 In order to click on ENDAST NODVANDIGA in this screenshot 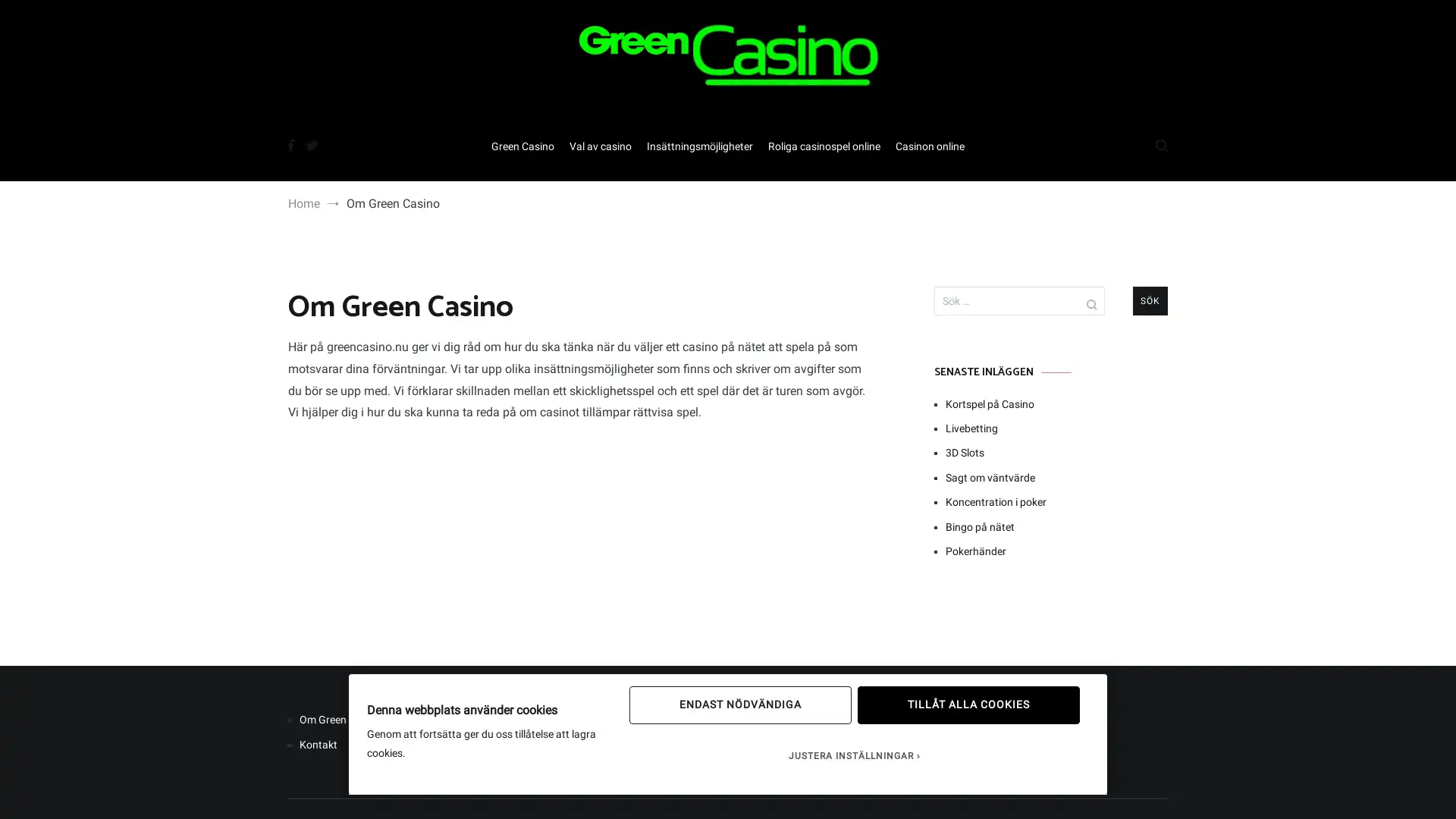, I will do `click(739, 704)`.